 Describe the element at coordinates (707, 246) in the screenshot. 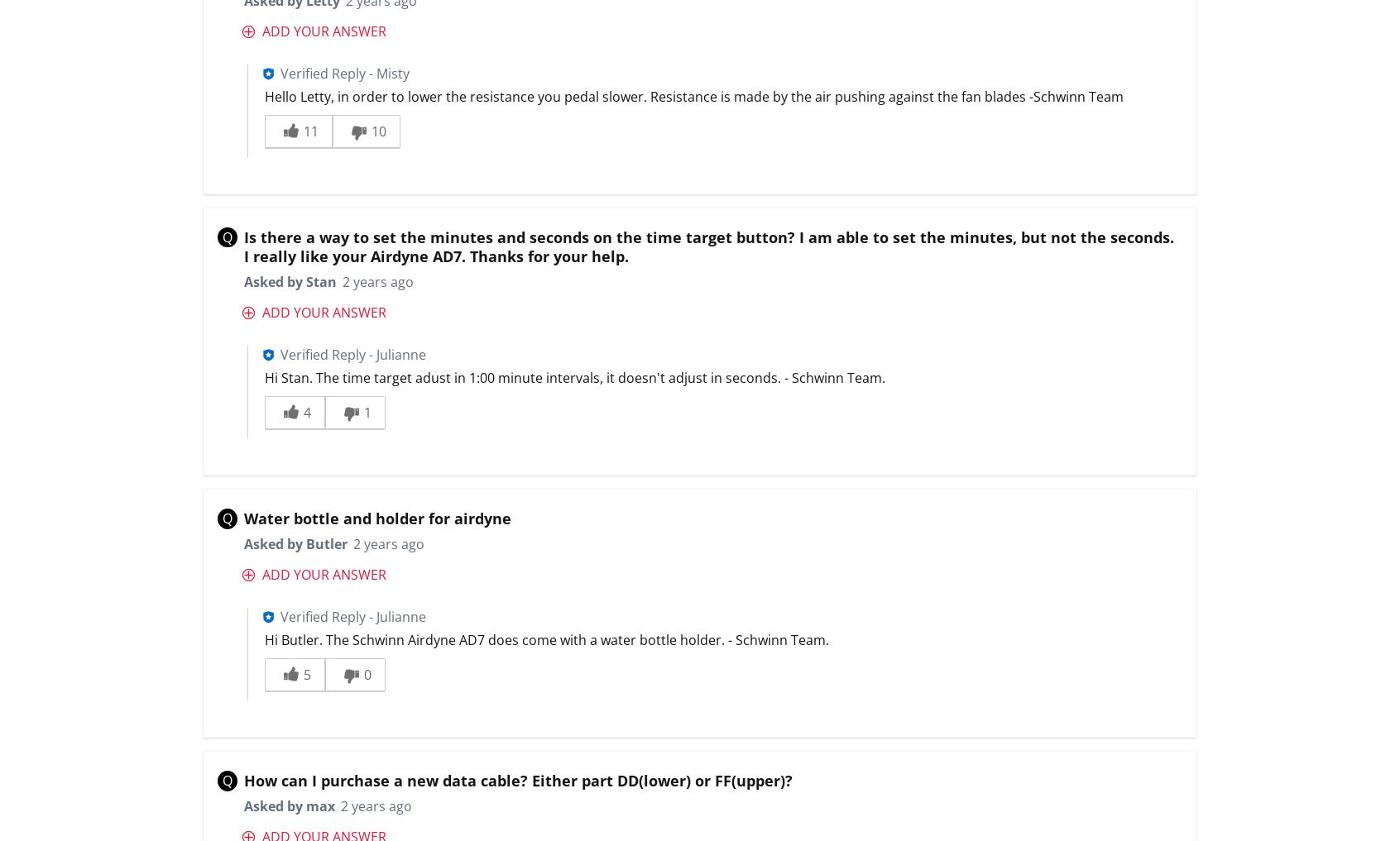

I see `'Is there a way to set the minutes and seconds on the time target button?  I am able to set the minutes, but not the seconds.  I really like your Airdyne AD7. 
Thanks for your help.'` at that location.